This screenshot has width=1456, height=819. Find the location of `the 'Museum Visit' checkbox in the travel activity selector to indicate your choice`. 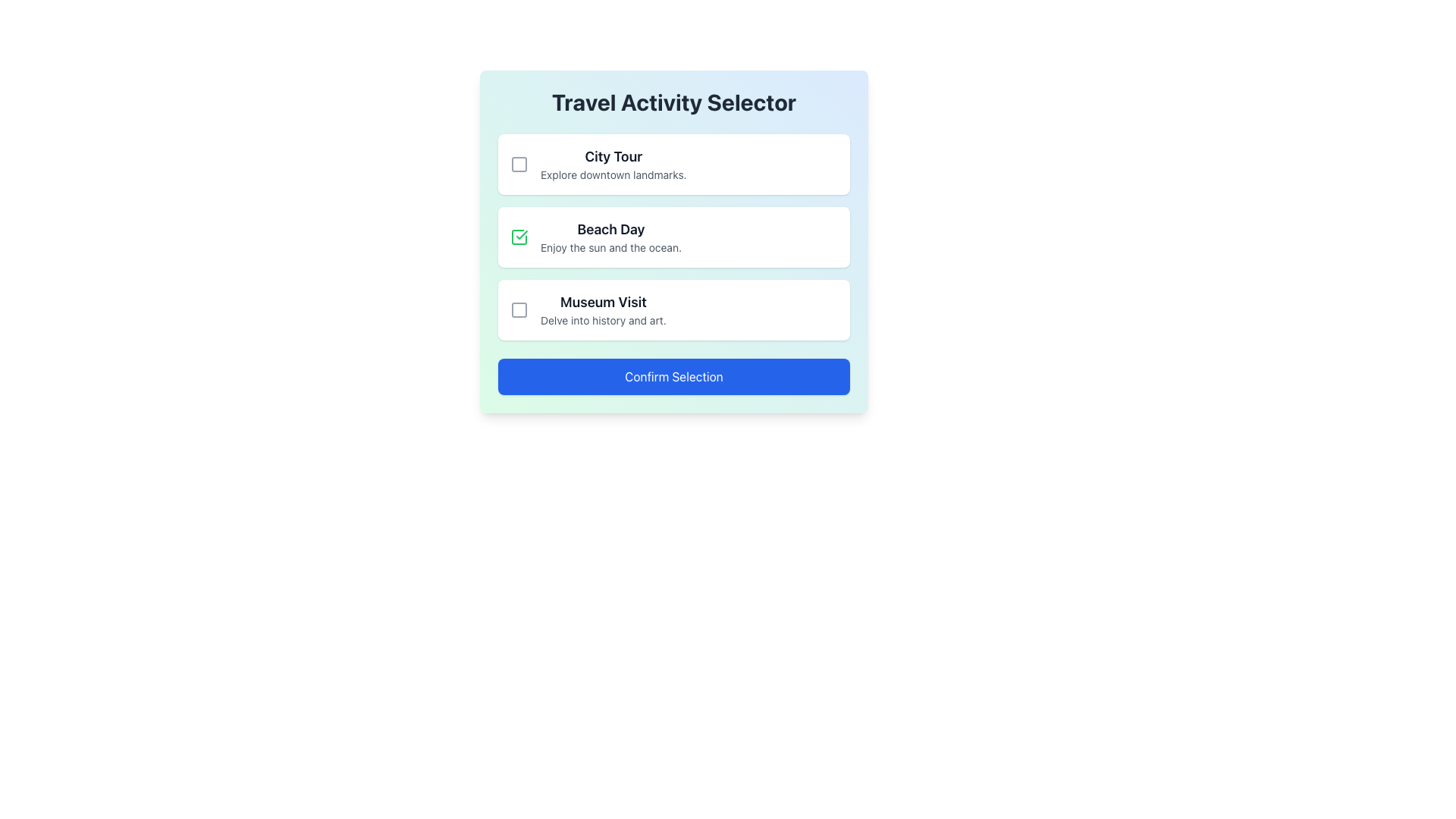

the 'Museum Visit' checkbox in the travel activity selector to indicate your choice is located at coordinates (673, 309).